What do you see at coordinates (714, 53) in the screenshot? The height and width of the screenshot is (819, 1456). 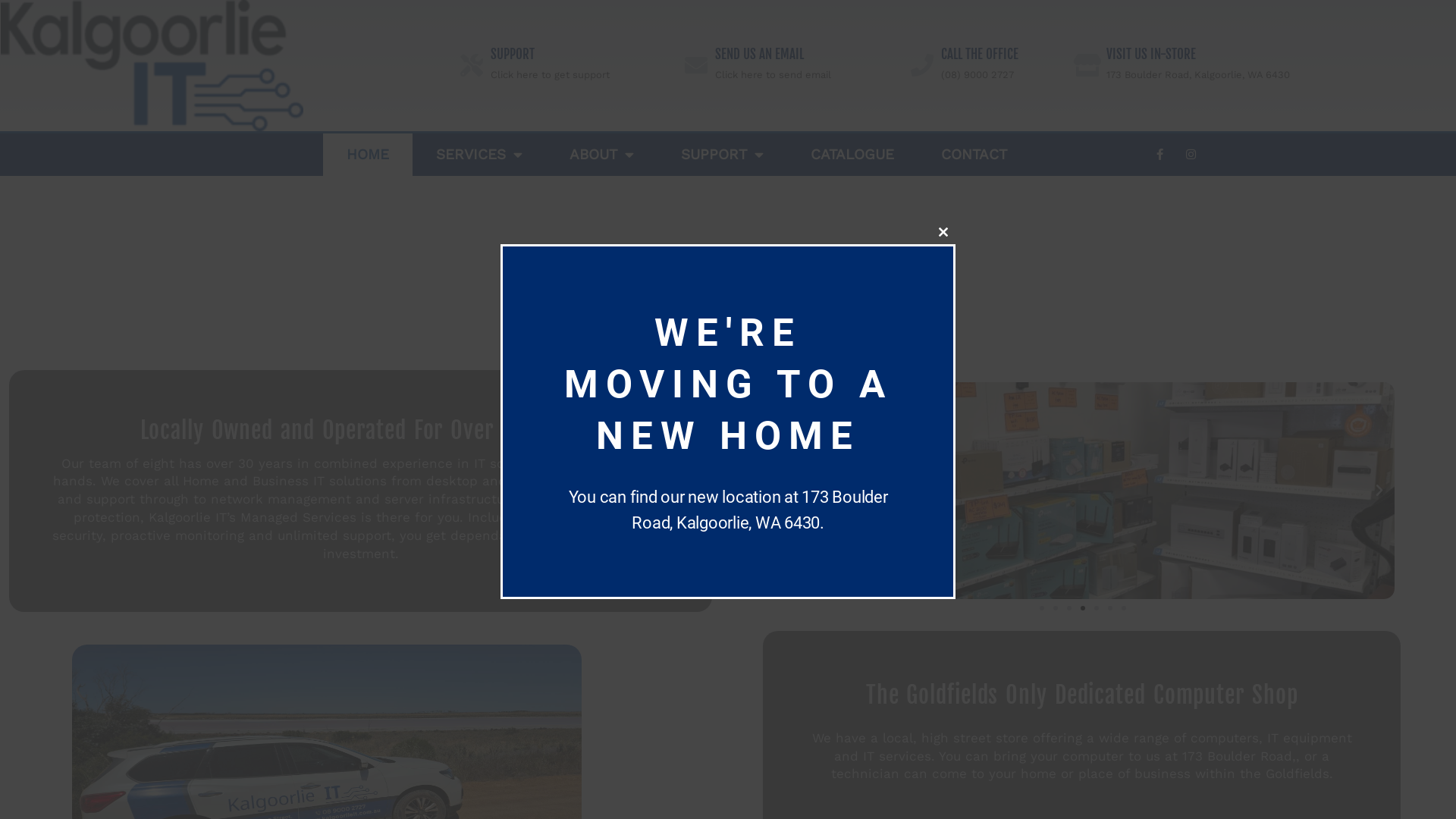 I see `'SEND US AN EMAIL'` at bounding box center [714, 53].